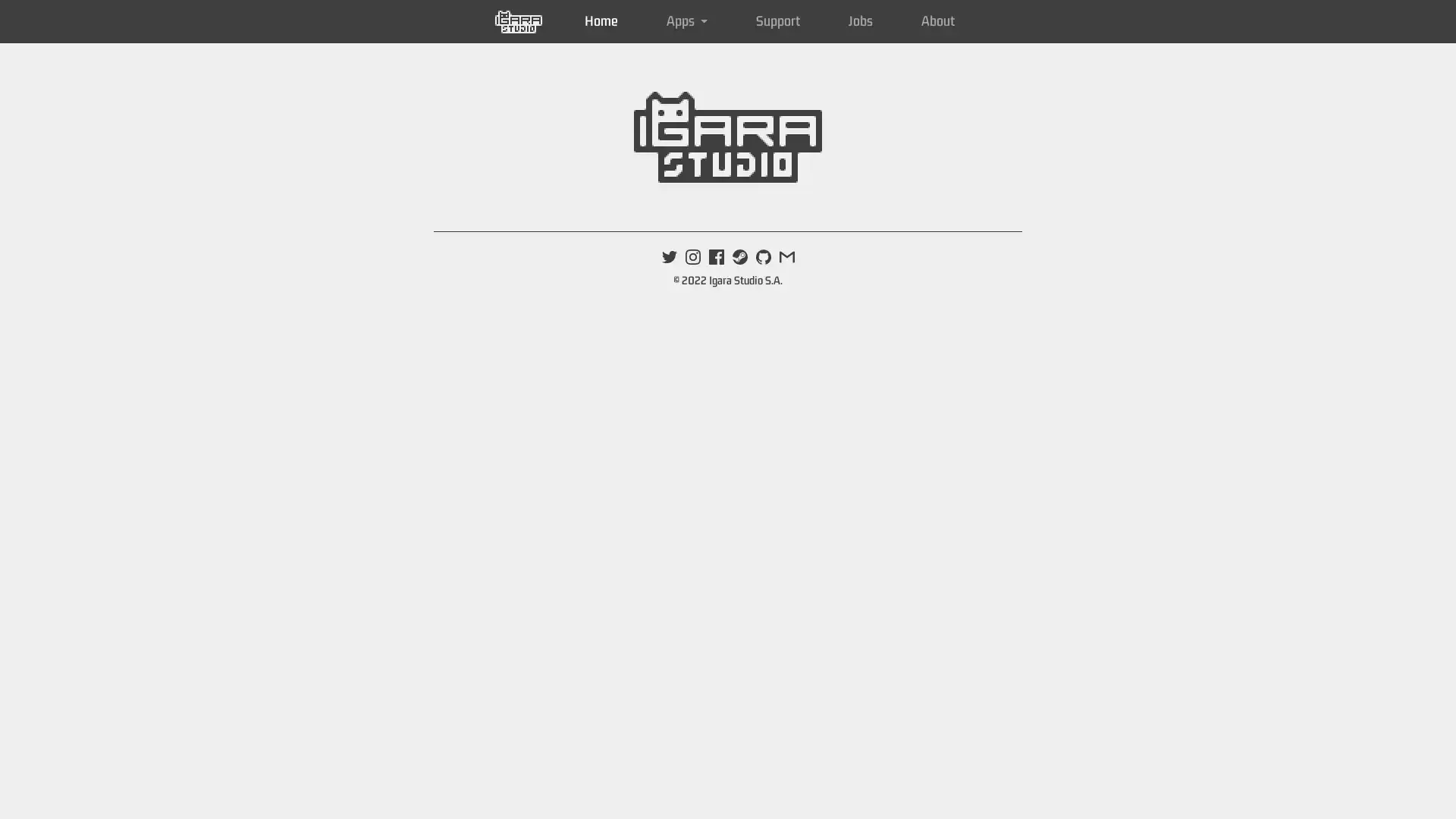 Image resolution: width=1456 pixels, height=819 pixels. I want to click on Apps, so click(686, 20).